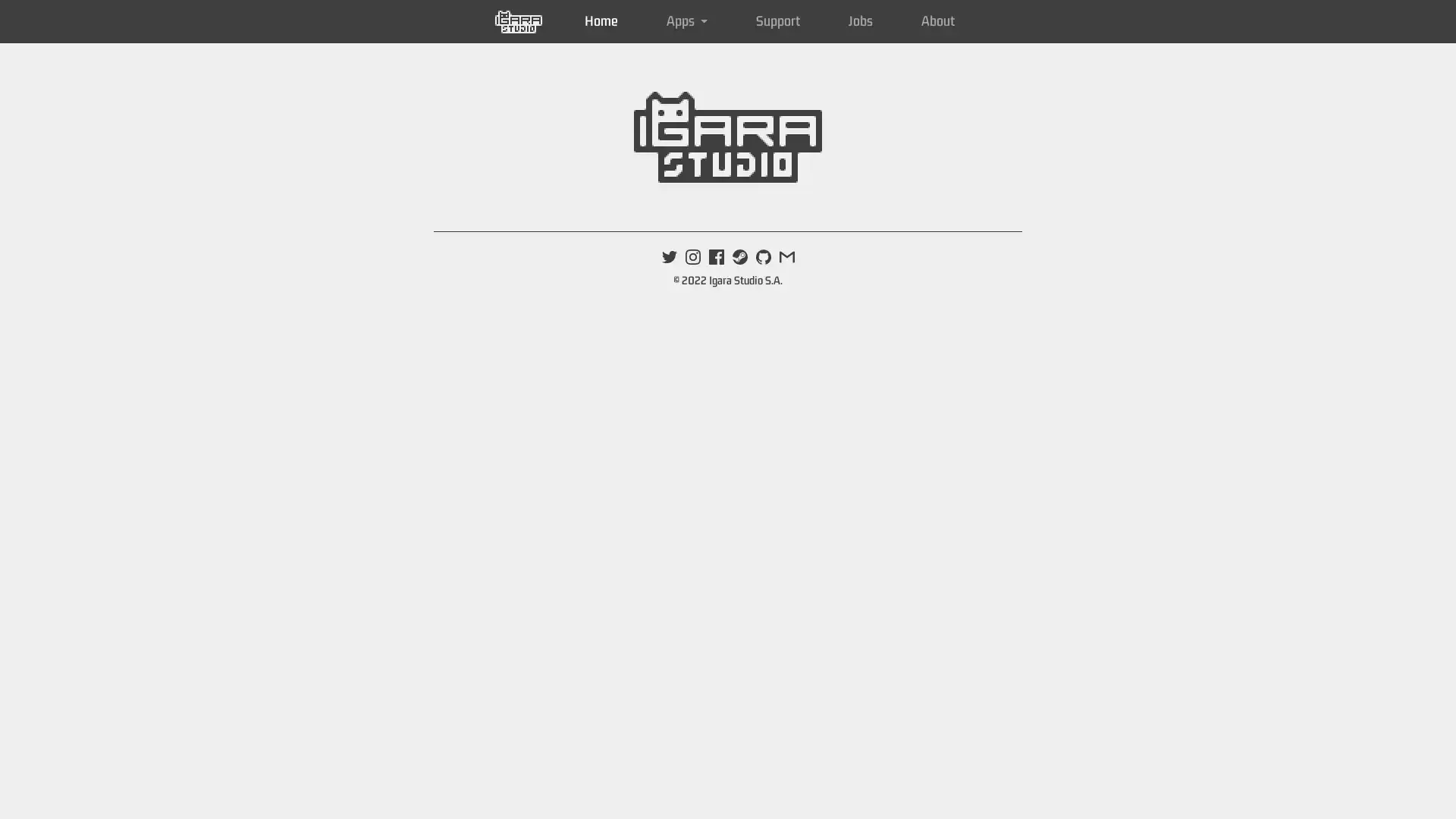 Image resolution: width=1456 pixels, height=819 pixels. I want to click on Apps, so click(686, 20).